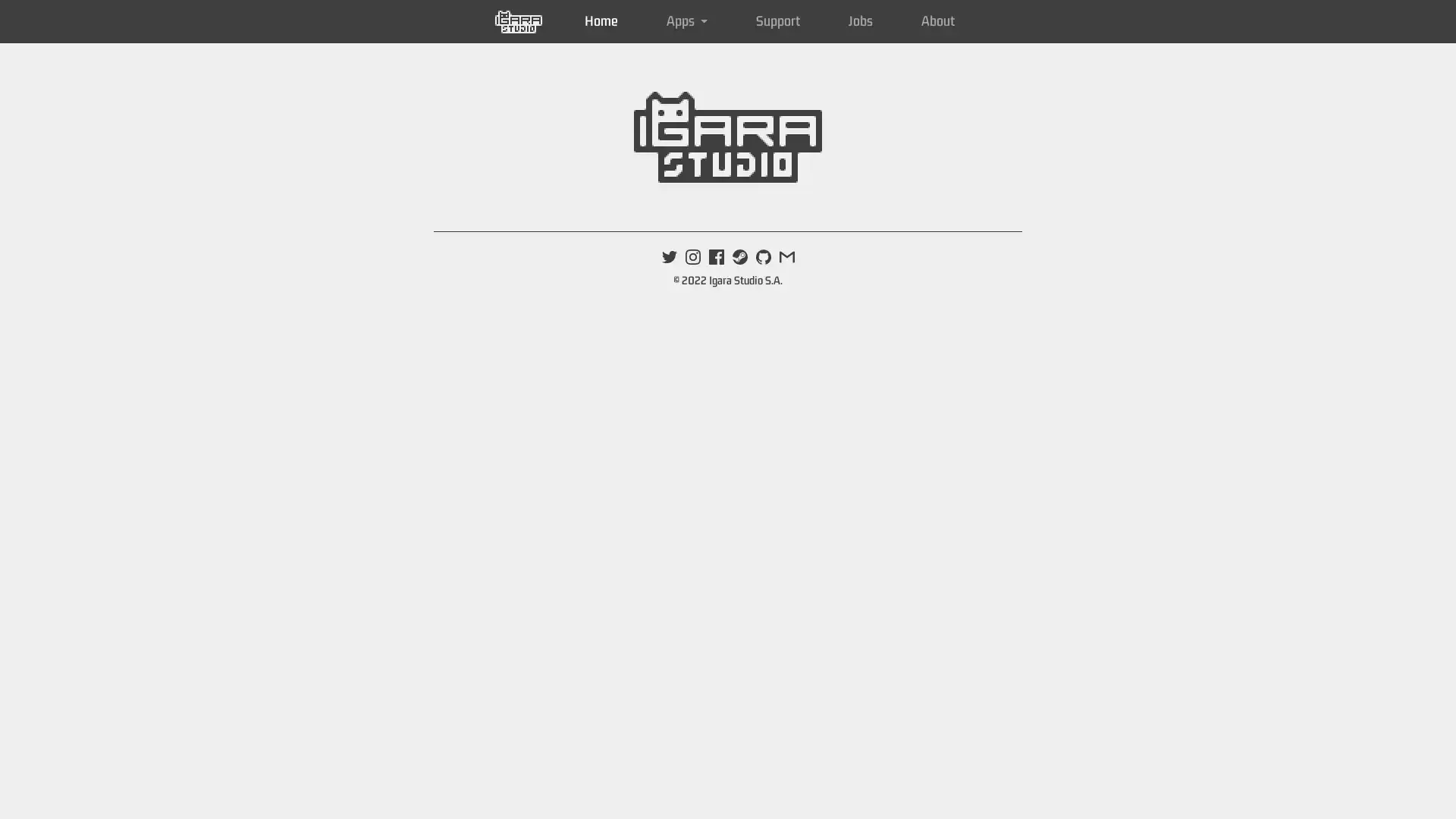 Image resolution: width=1456 pixels, height=819 pixels. I want to click on Apps, so click(686, 20).